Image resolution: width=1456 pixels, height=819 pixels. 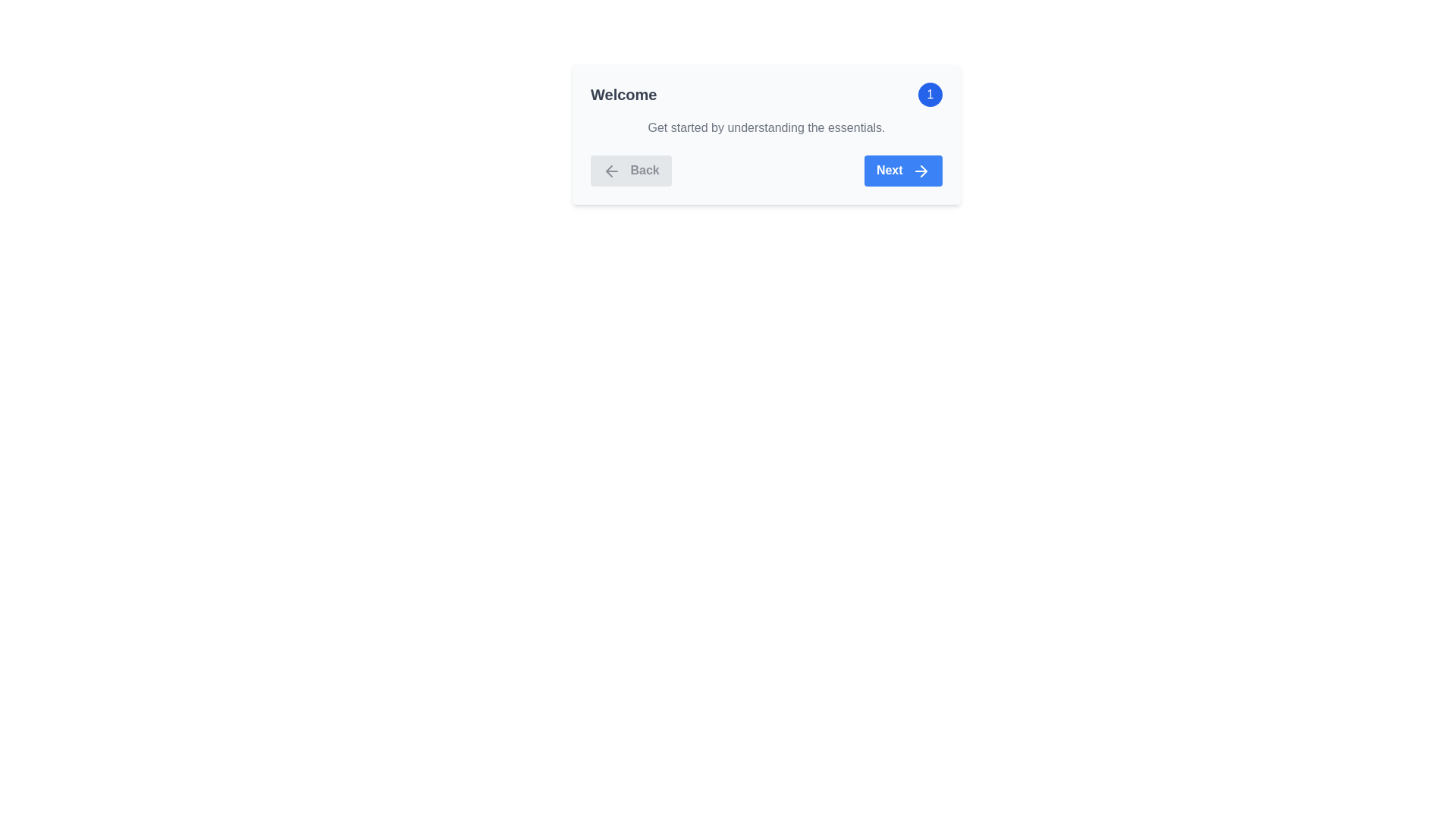 What do you see at coordinates (930, 94) in the screenshot?
I see `the circular blue badge with the white number '1' that is located to the right of the 'Welcome' title text in the header section of the card` at bounding box center [930, 94].